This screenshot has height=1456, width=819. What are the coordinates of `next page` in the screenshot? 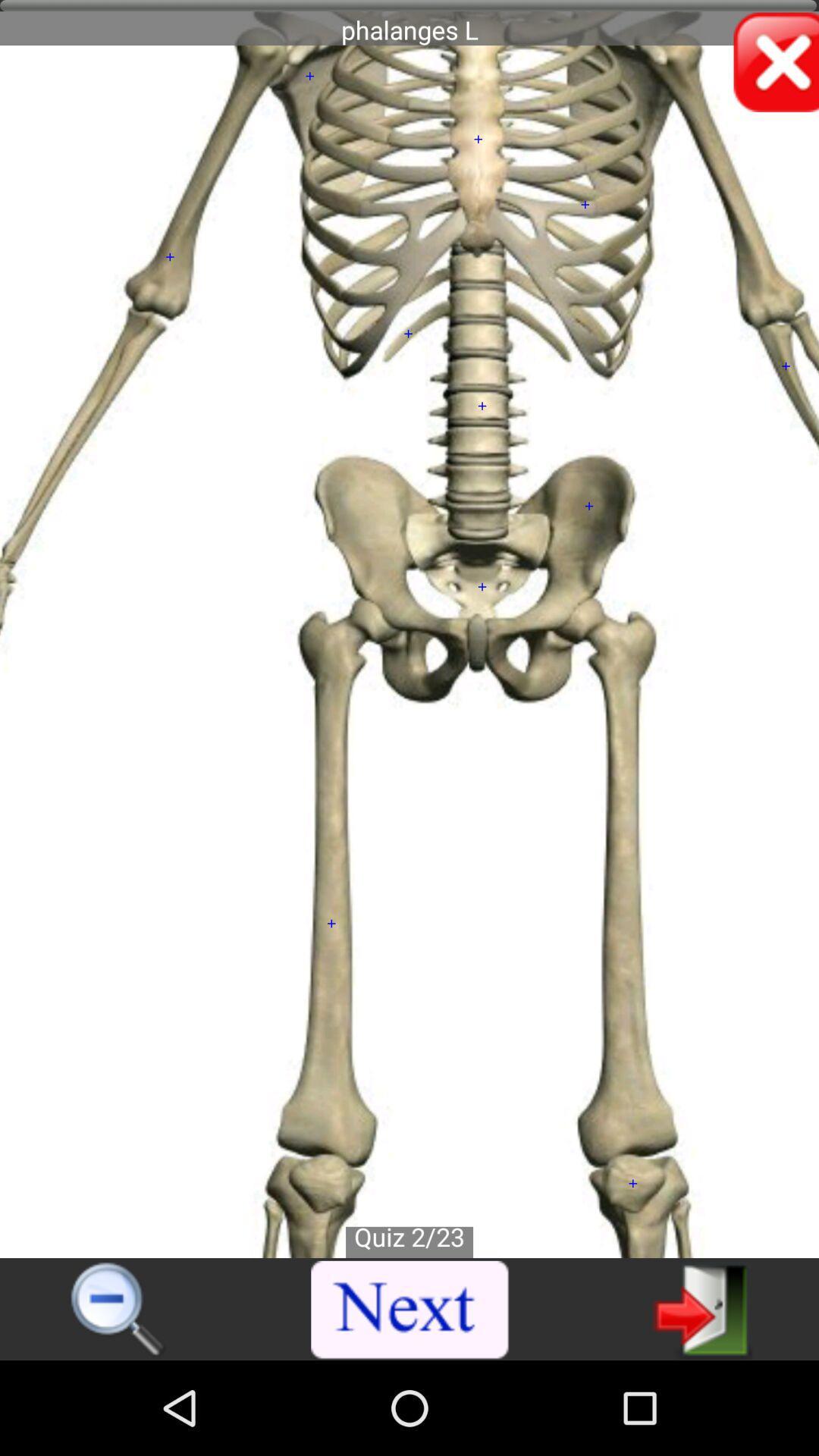 It's located at (702, 1308).